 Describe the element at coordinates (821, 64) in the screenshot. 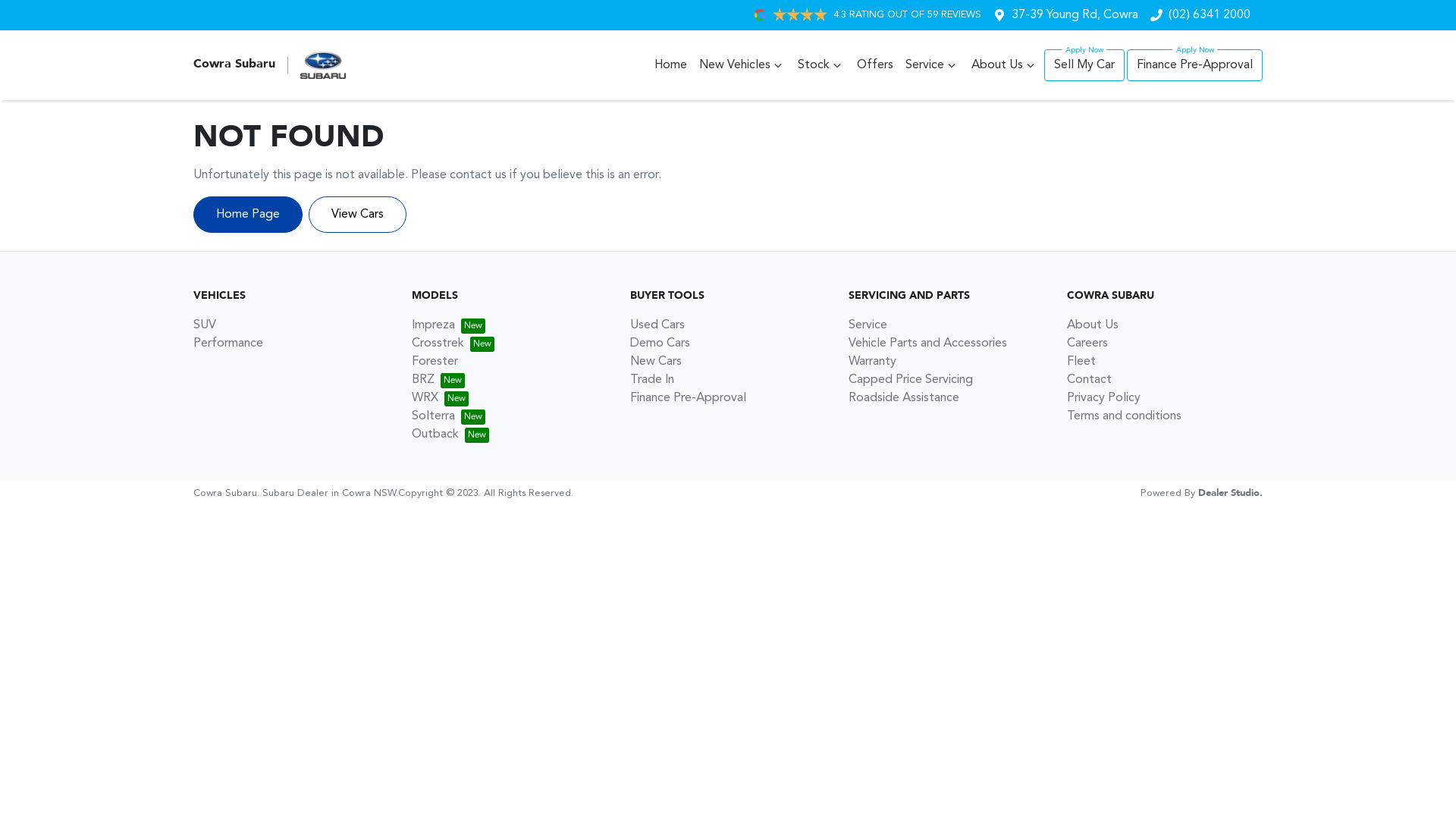

I see `'Stock'` at that location.